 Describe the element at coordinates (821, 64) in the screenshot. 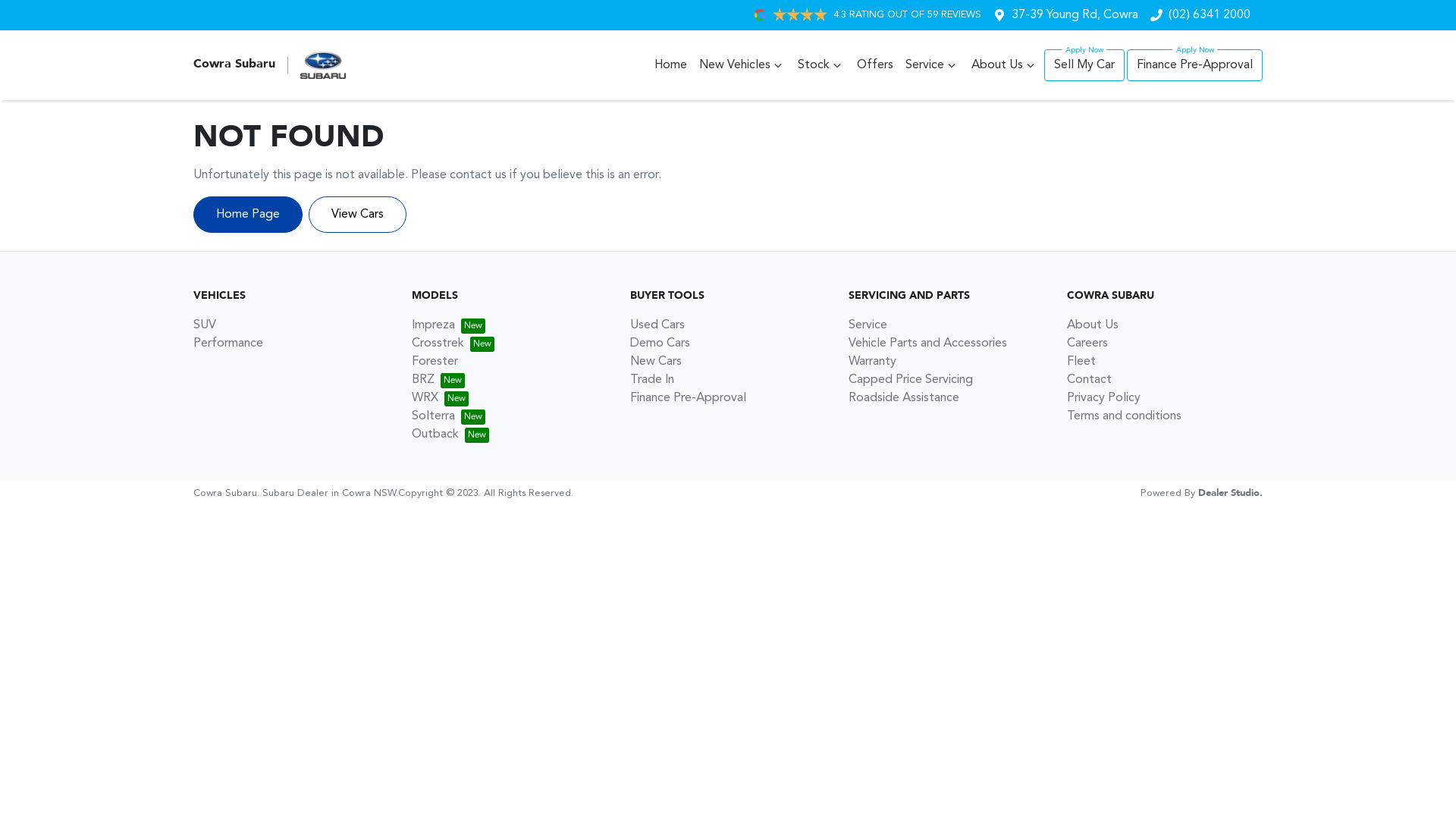

I see `'Stock'` at that location.